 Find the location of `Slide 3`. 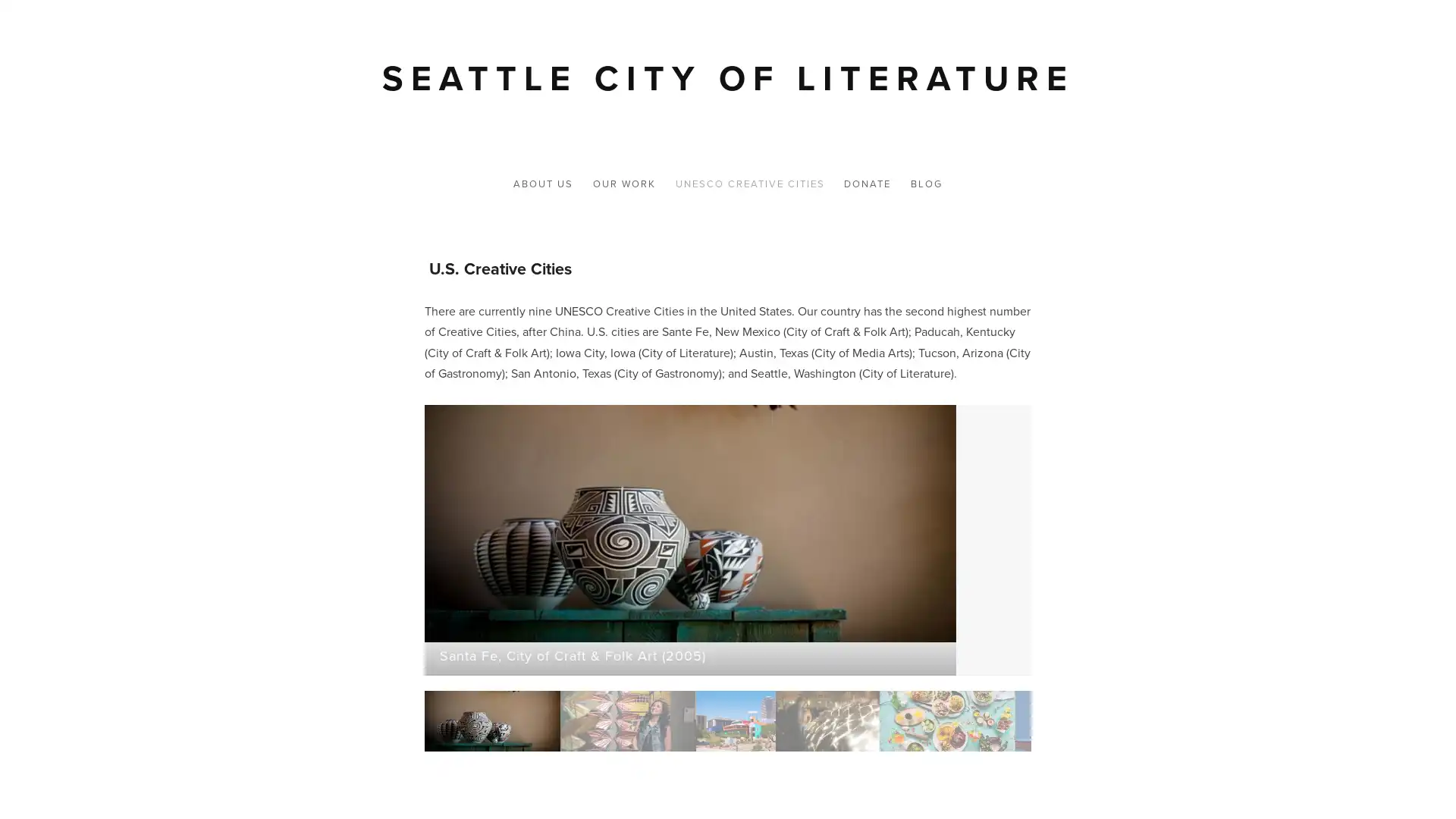

Slide 3 is located at coordinates (635, 720).